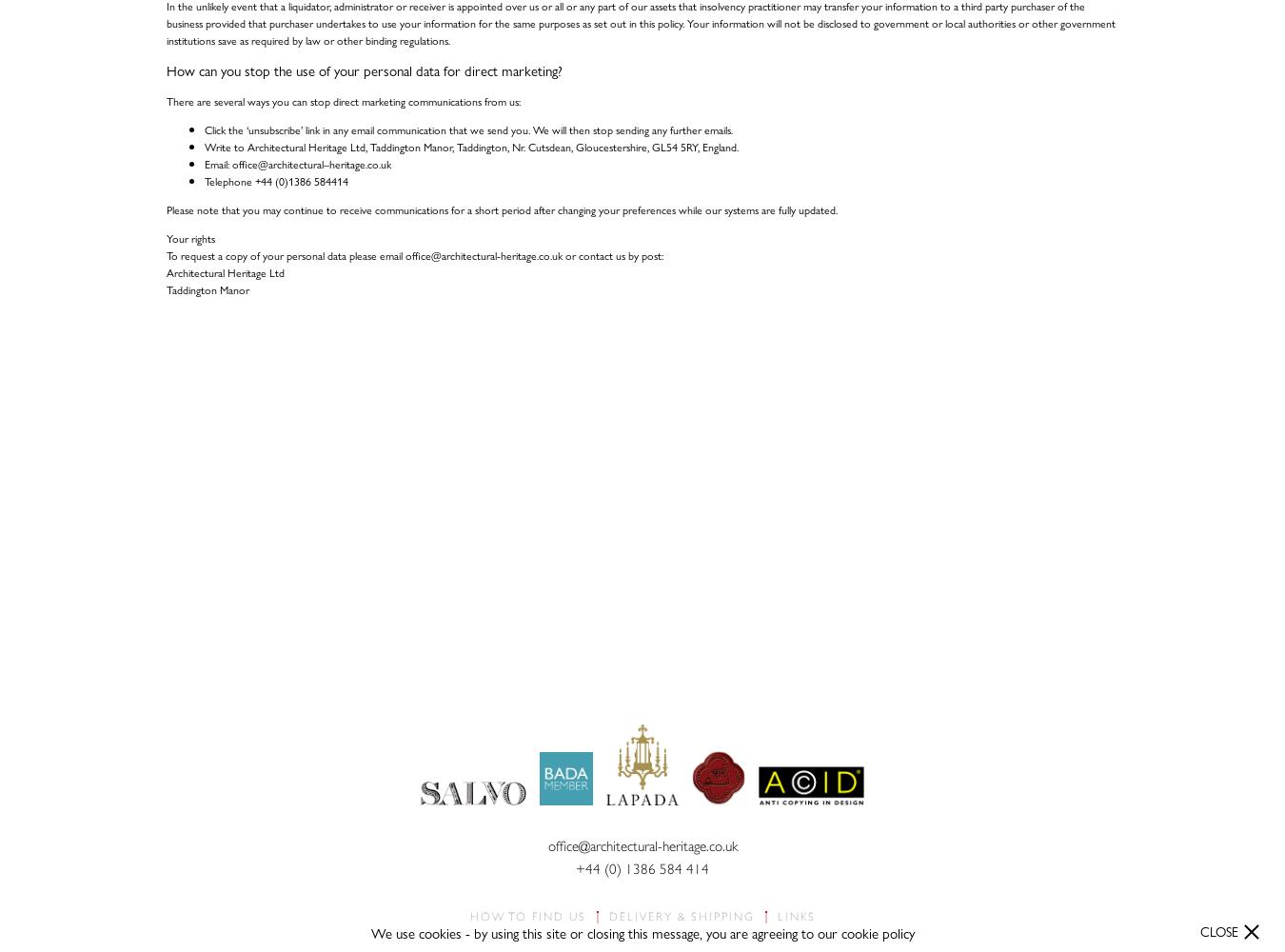 This screenshot has width=1285, height=952. What do you see at coordinates (876, 931) in the screenshot?
I see `'cookie policy'` at bounding box center [876, 931].